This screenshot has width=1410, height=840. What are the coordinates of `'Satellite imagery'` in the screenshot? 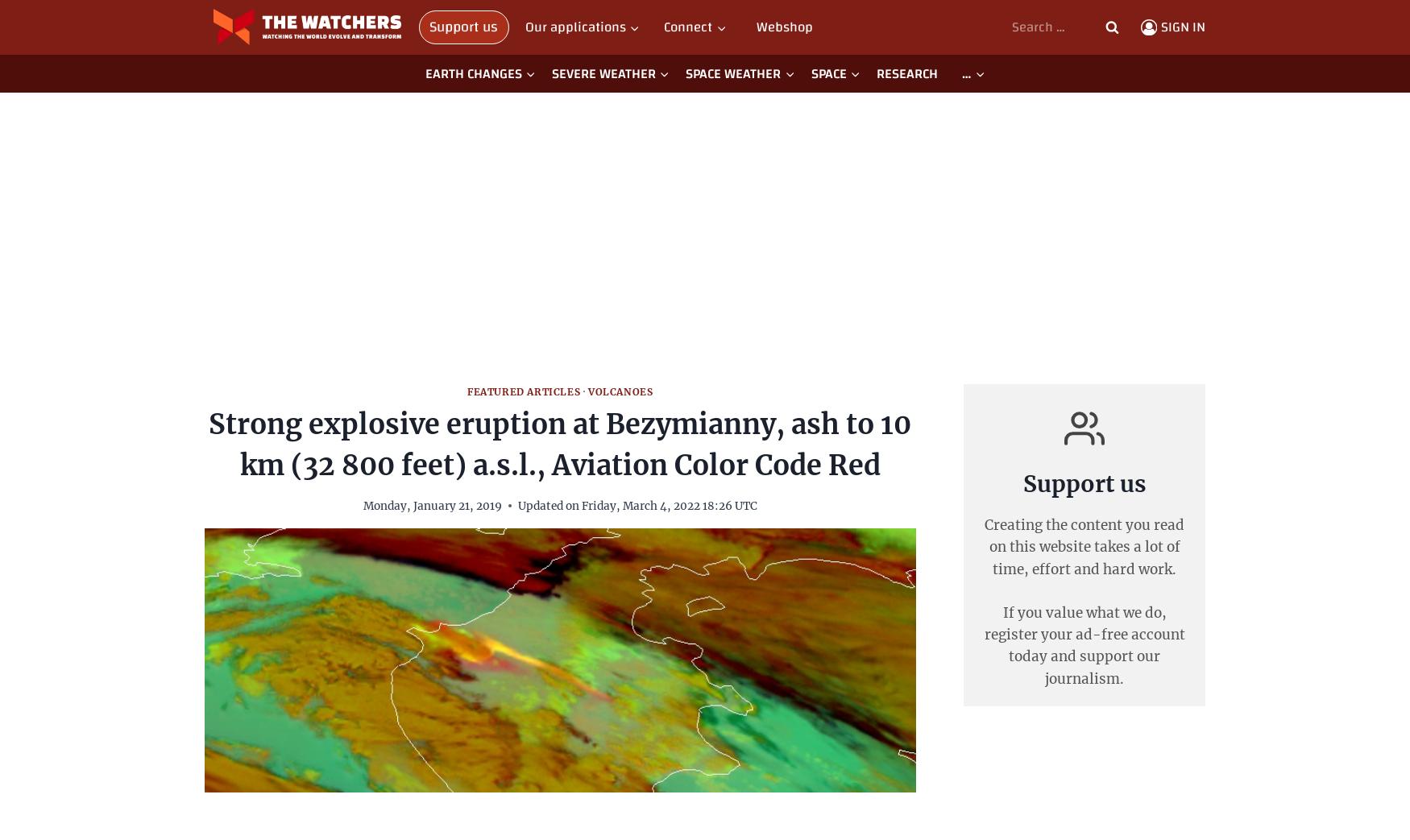 It's located at (256, 186).